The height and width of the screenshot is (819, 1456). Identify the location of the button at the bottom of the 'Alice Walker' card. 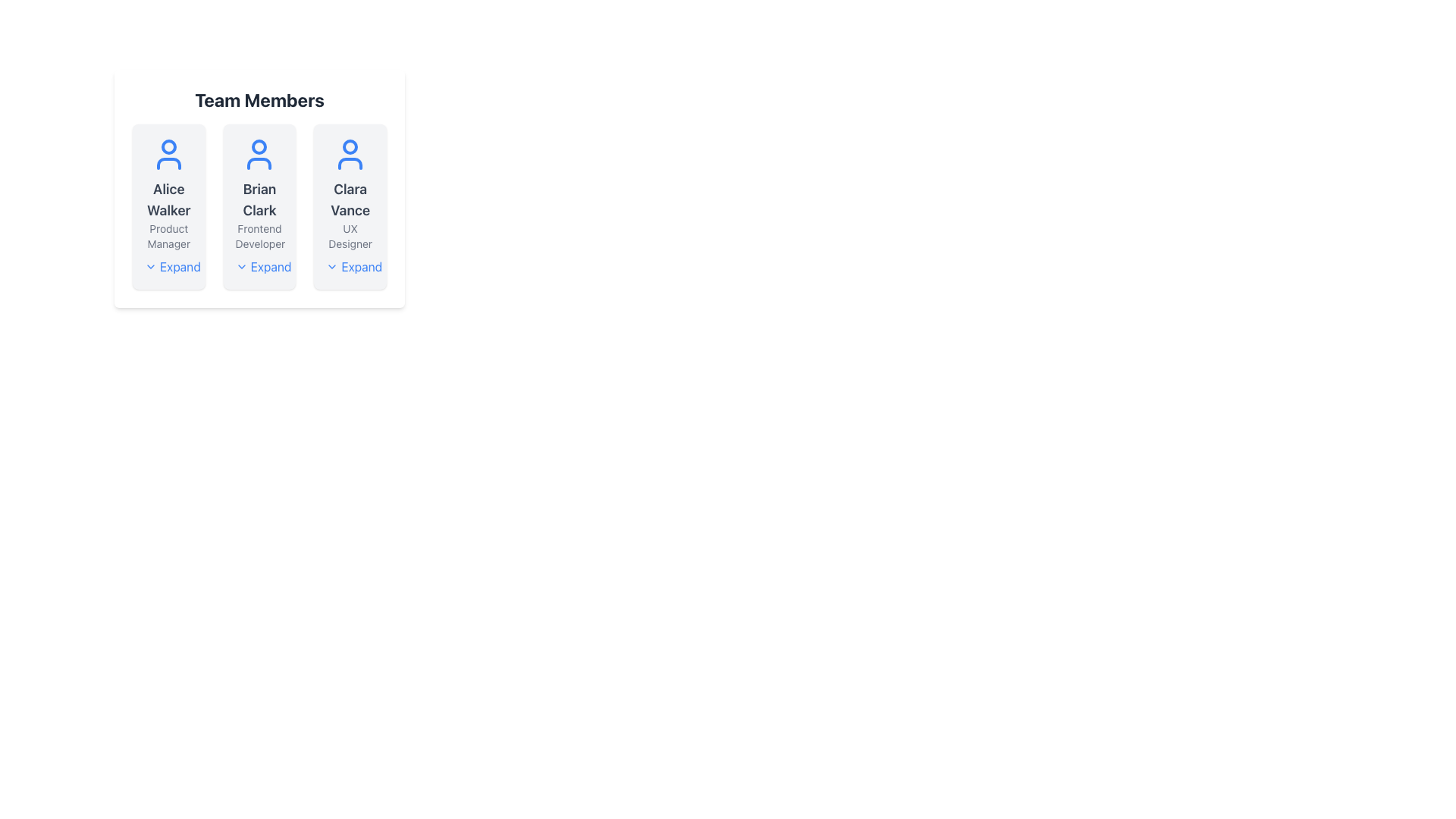
(172, 265).